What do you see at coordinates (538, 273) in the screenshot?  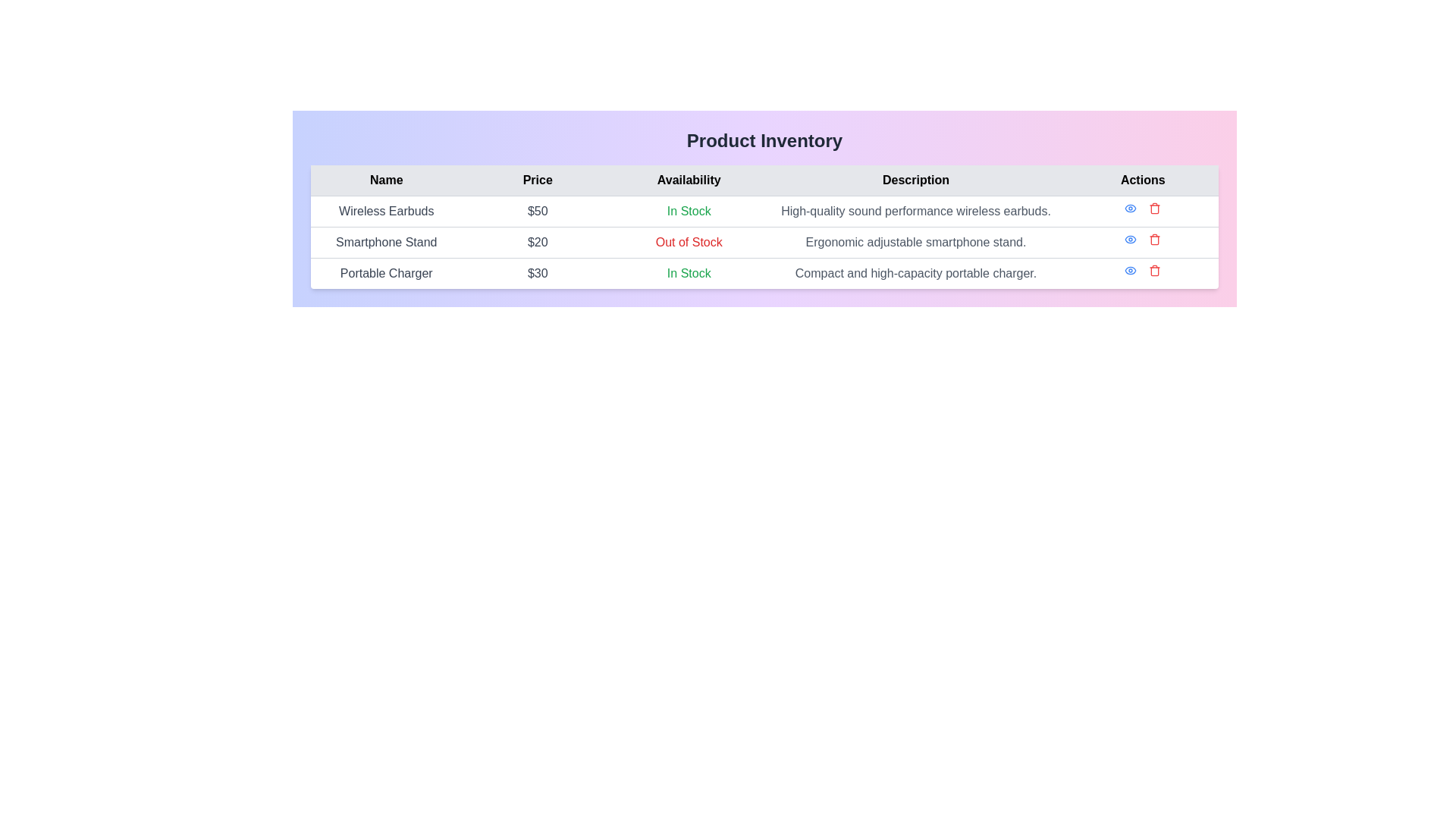 I see `the Static label displaying the price '$30' in bold gray text, located in the second cell of the 'Price' column for the 'Portable Charger' product` at bounding box center [538, 273].